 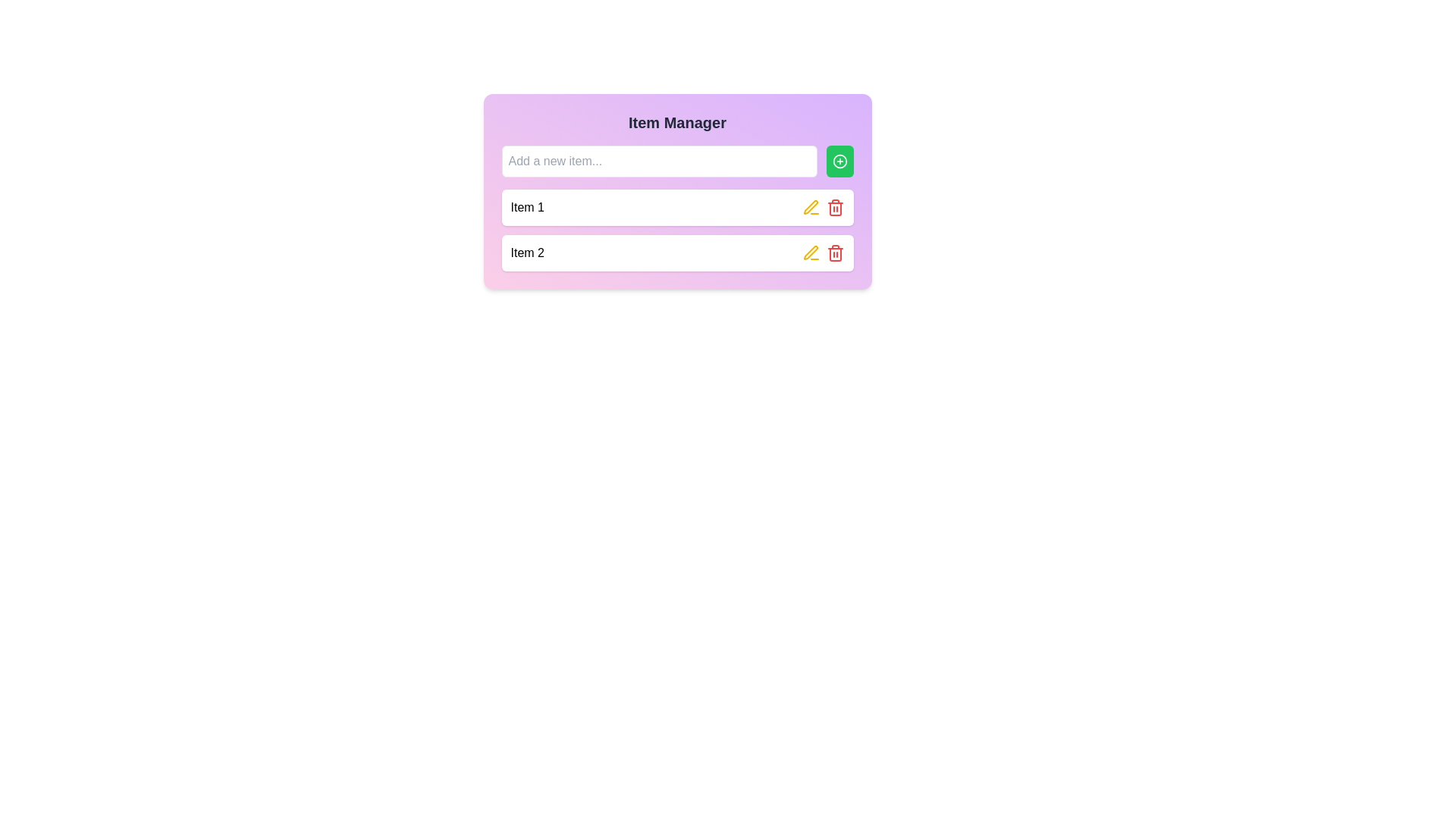 I want to click on the Vector Icon Segment of the trash icon, which visually represents a delete action, located near the bottom middle of the icon, so click(x=834, y=253).